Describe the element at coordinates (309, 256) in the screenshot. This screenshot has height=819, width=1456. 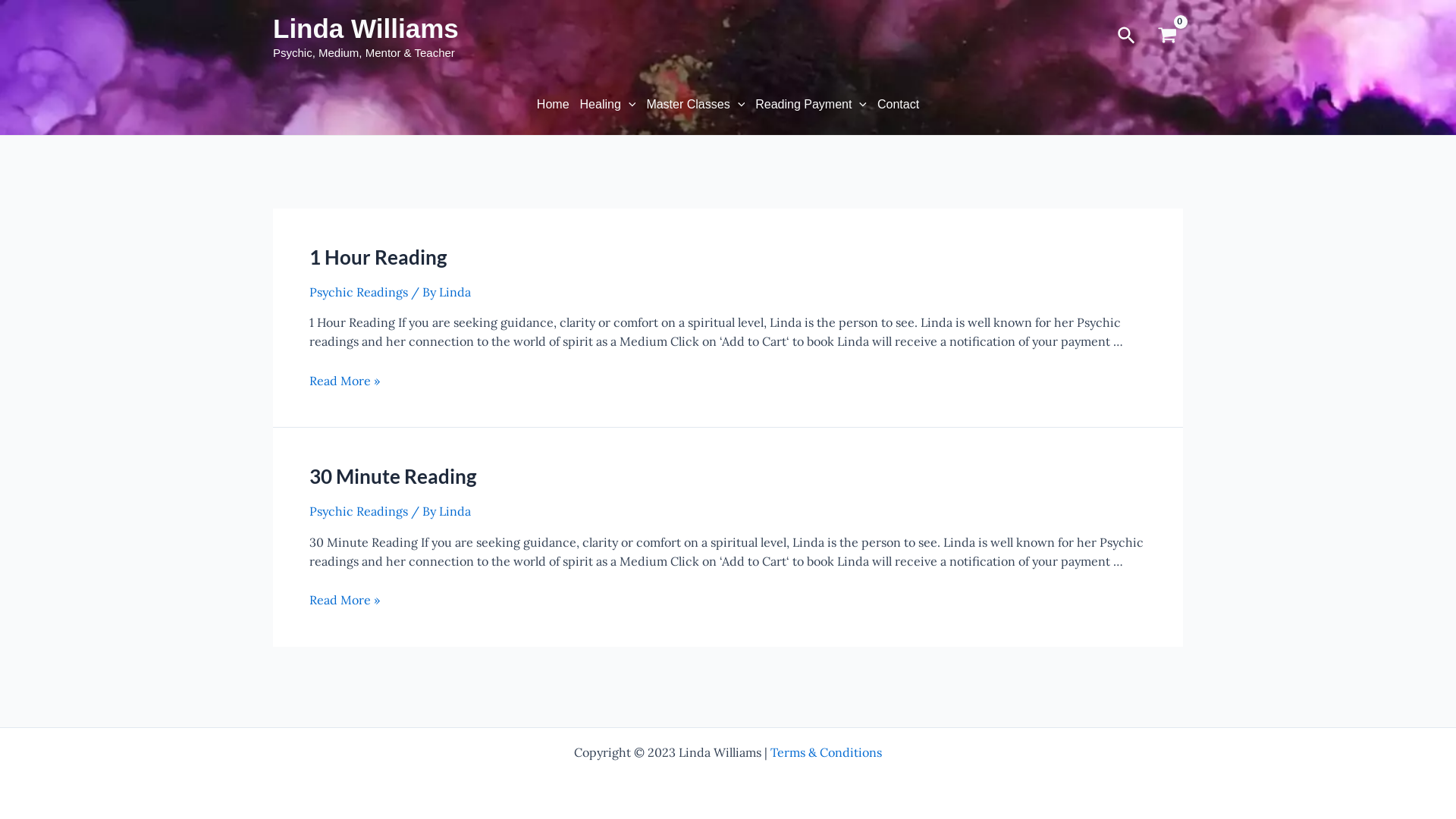
I see `'1 Hour Reading'` at that location.